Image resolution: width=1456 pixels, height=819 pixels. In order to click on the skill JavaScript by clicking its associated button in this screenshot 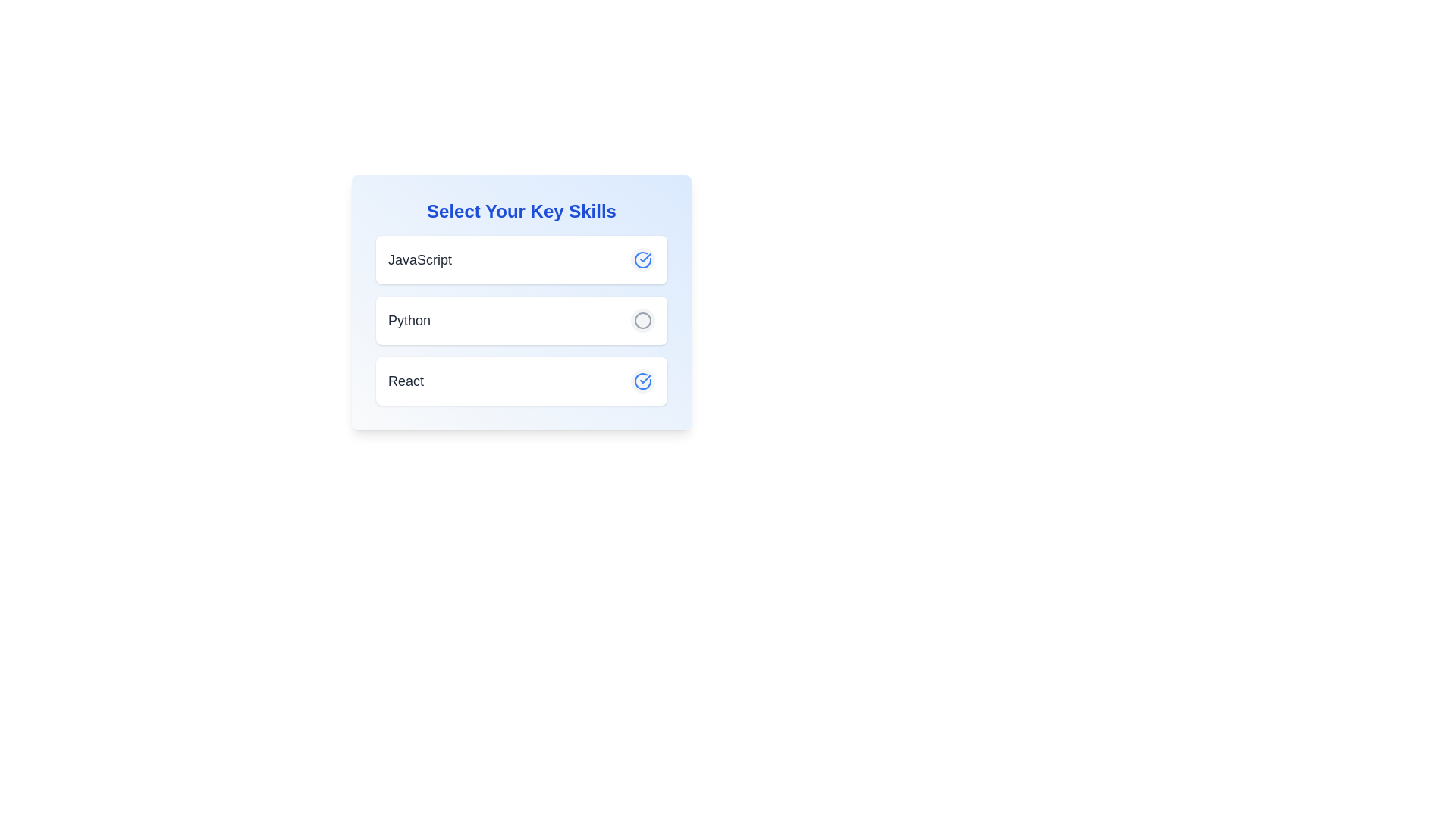, I will do `click(643, 259)`.